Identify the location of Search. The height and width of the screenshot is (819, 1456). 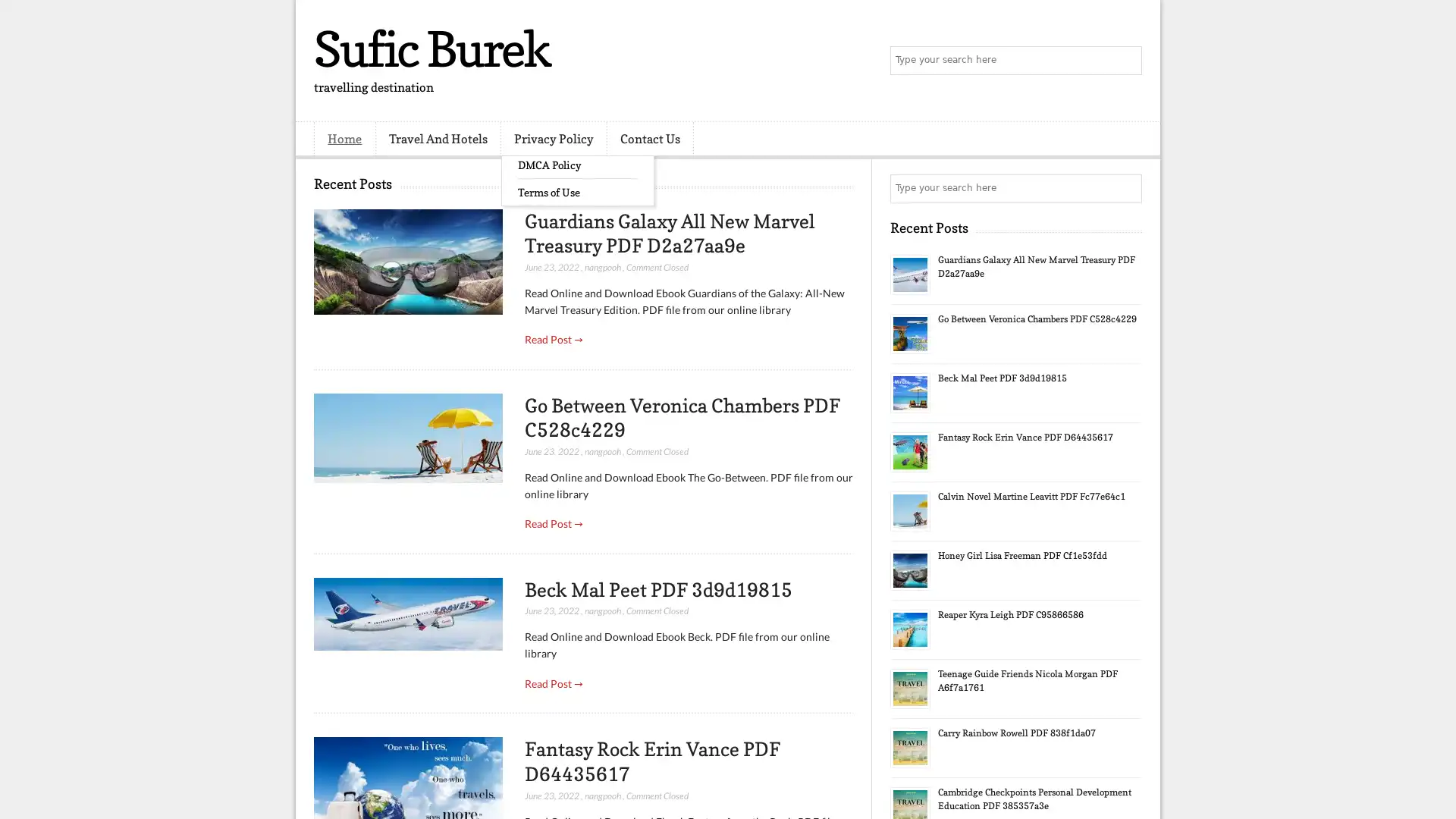
(1126, 188).